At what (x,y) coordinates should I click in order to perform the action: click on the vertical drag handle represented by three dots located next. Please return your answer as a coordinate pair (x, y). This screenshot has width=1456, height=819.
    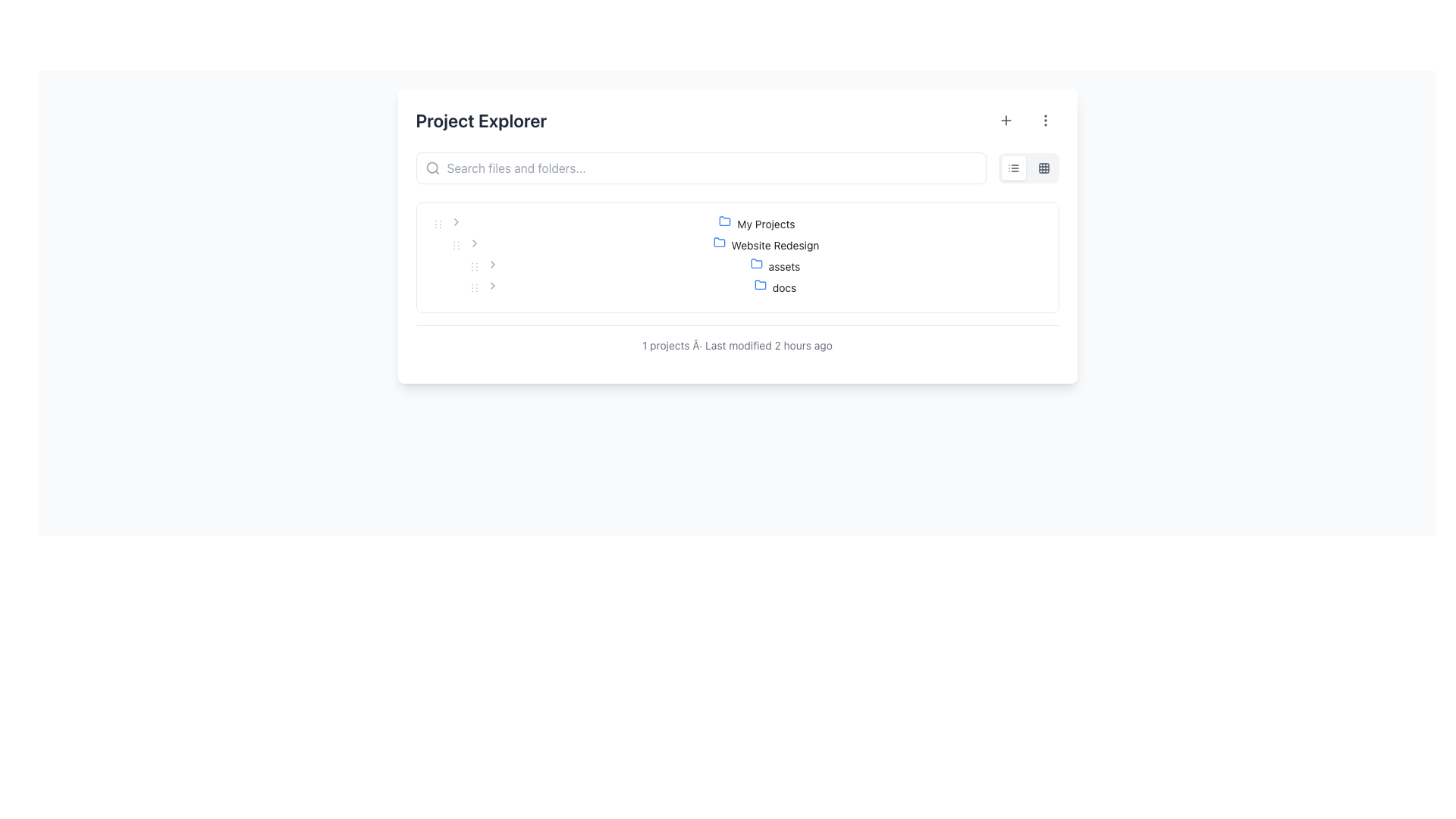
    Looking at the image, I should click on (455, 245).